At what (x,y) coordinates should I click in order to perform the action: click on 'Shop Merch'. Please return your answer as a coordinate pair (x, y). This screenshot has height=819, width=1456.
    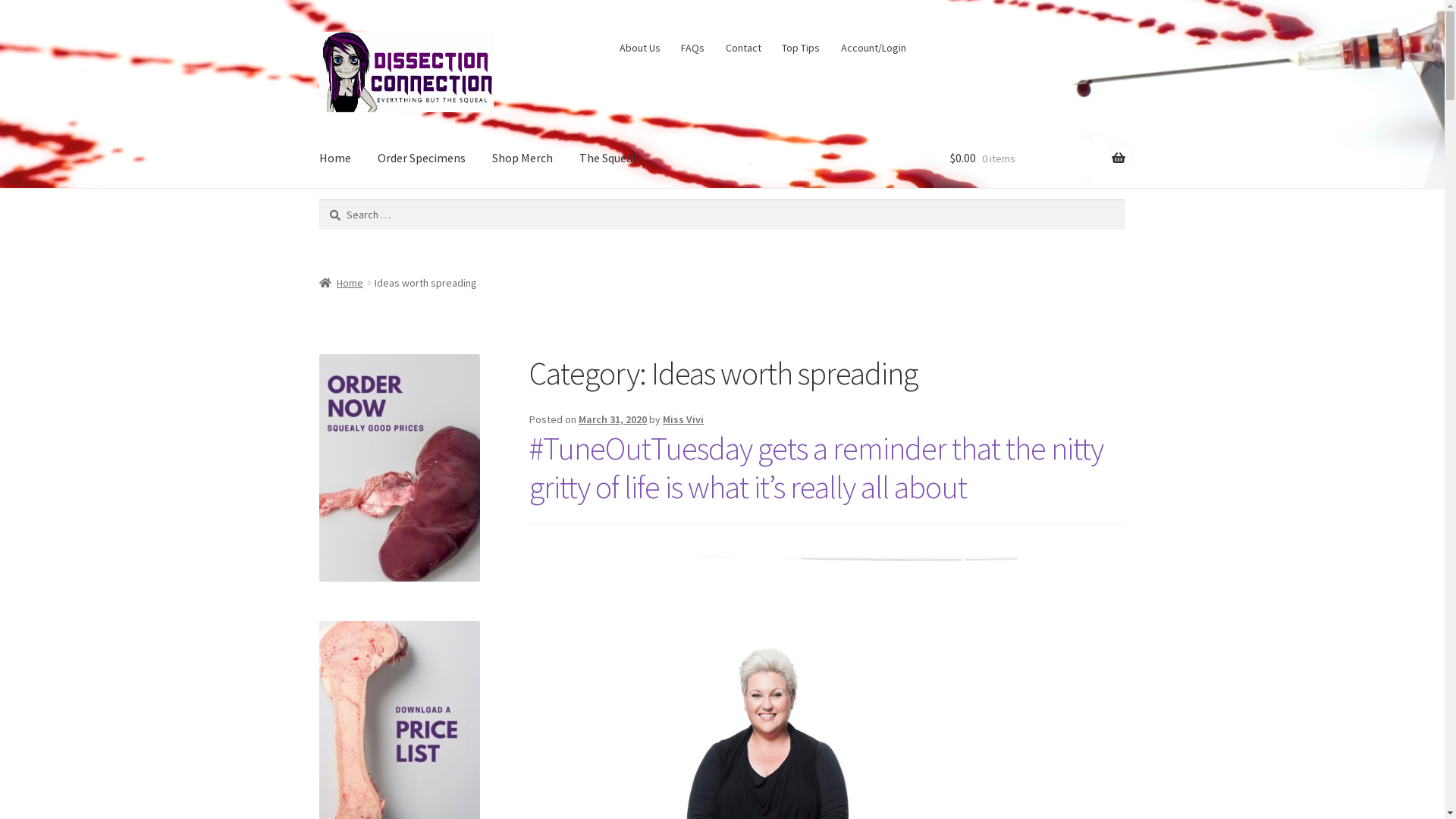
    Looking at the image, I should click on (522, 158).